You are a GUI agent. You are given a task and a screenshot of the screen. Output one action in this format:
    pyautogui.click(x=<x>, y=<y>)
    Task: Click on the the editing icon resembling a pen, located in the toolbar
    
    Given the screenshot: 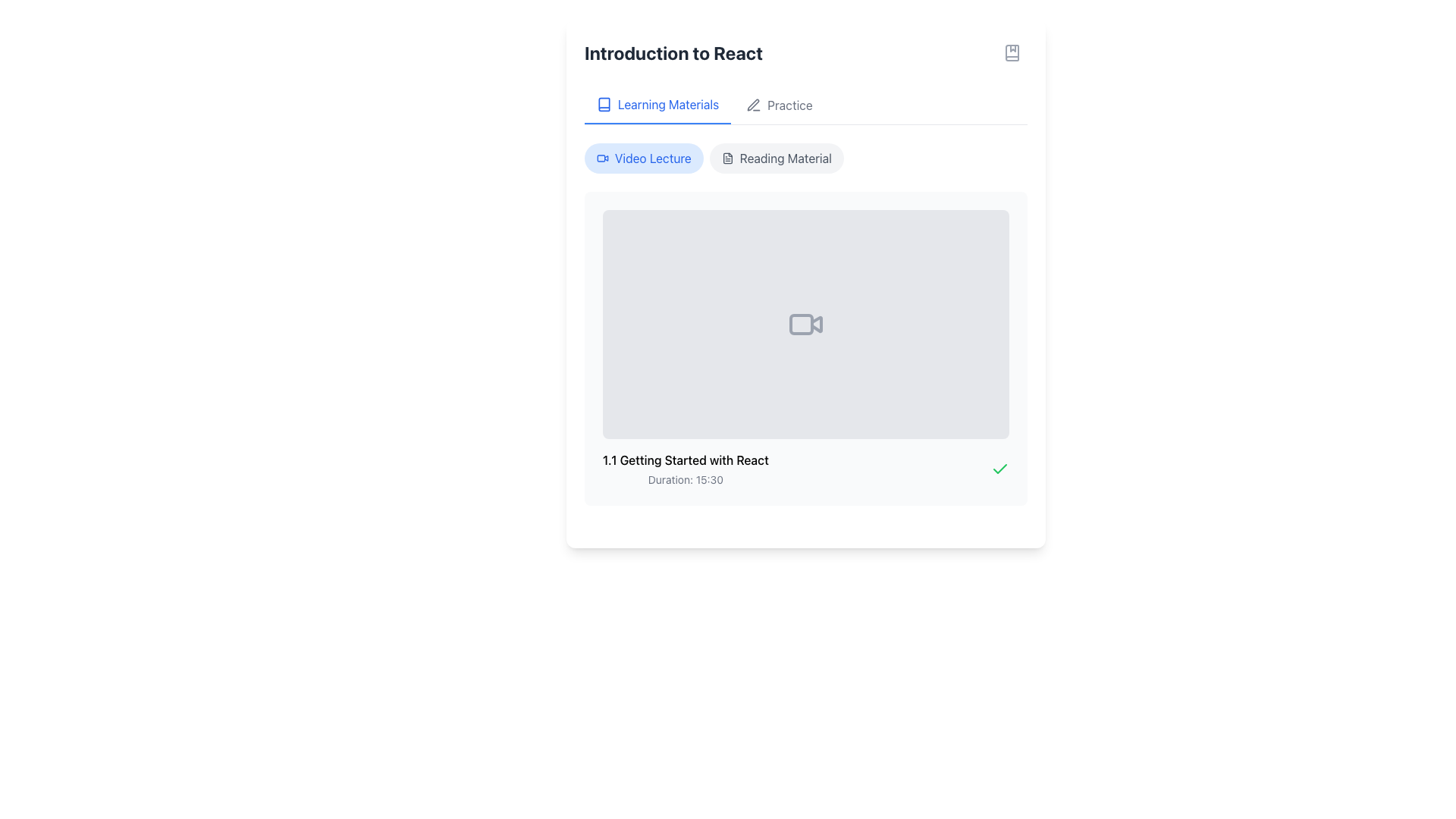 What is the action you would take?
    pyautogui.click(x=754, y=104)
    